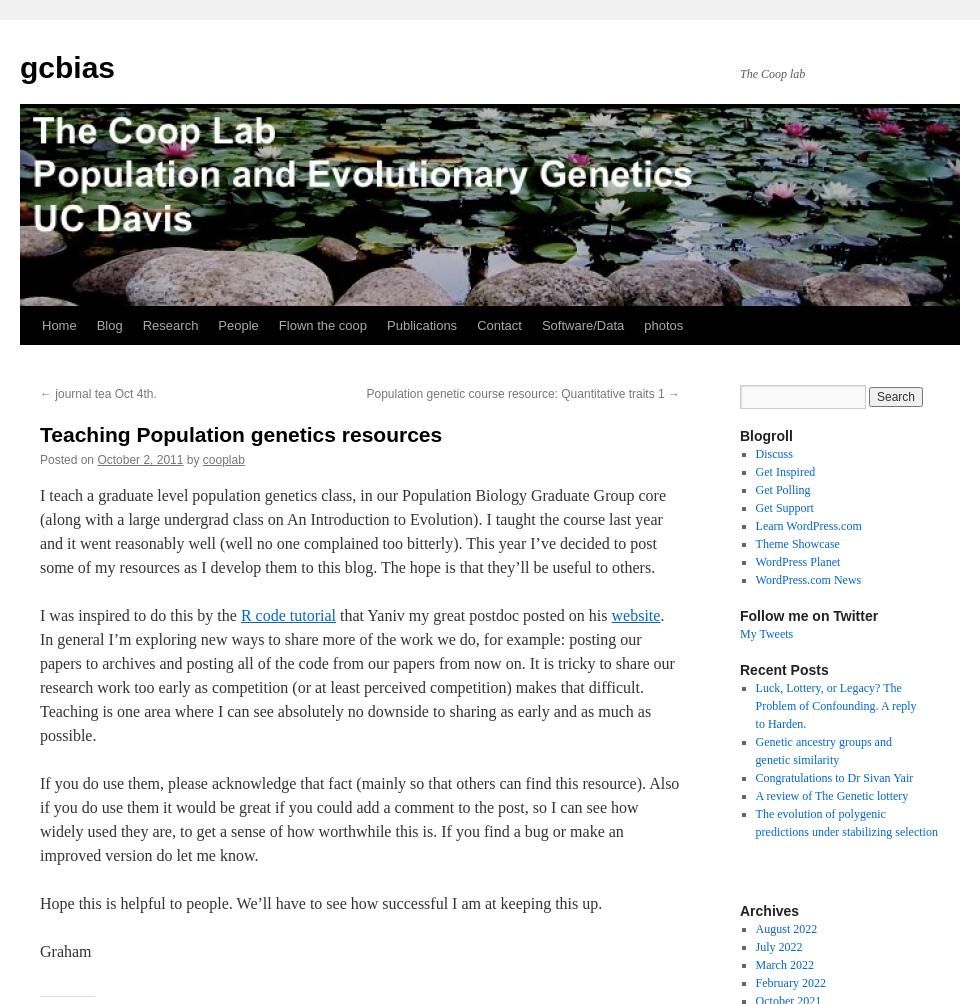 The image size is (980, 1004). What do you see at coordinates (808, 525) in the screenshot?
I see `'Learn WordPress.com'` at bounding box center [808, 525].